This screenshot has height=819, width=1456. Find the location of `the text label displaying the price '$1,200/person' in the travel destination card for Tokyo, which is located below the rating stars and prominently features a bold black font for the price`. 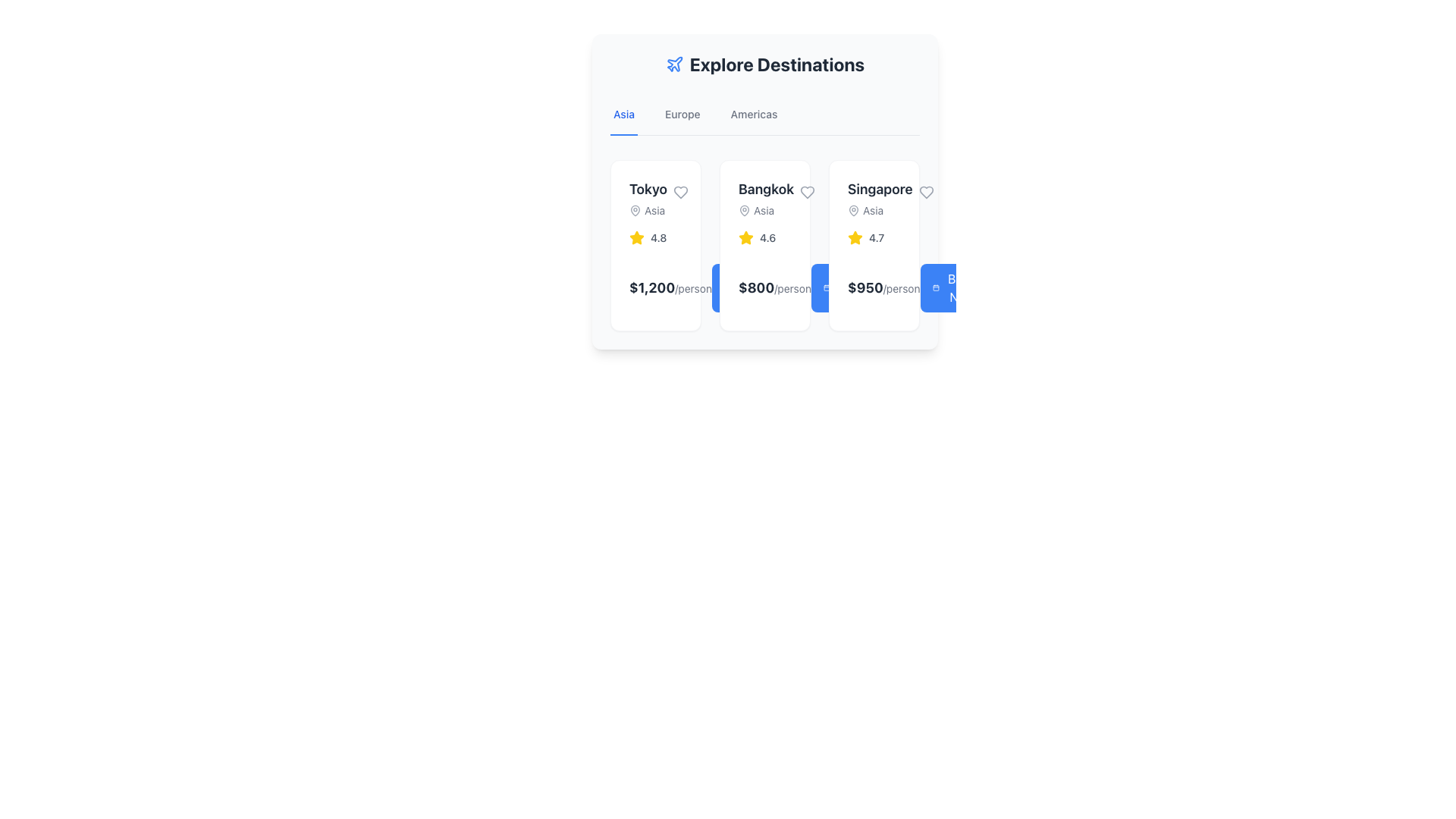

the text label displaying the price '$1,200/person' in the travel destination card for Tokyo, which is located below the rating stars and prominently features a bold black font for the price is located at coordinates (670, 288).